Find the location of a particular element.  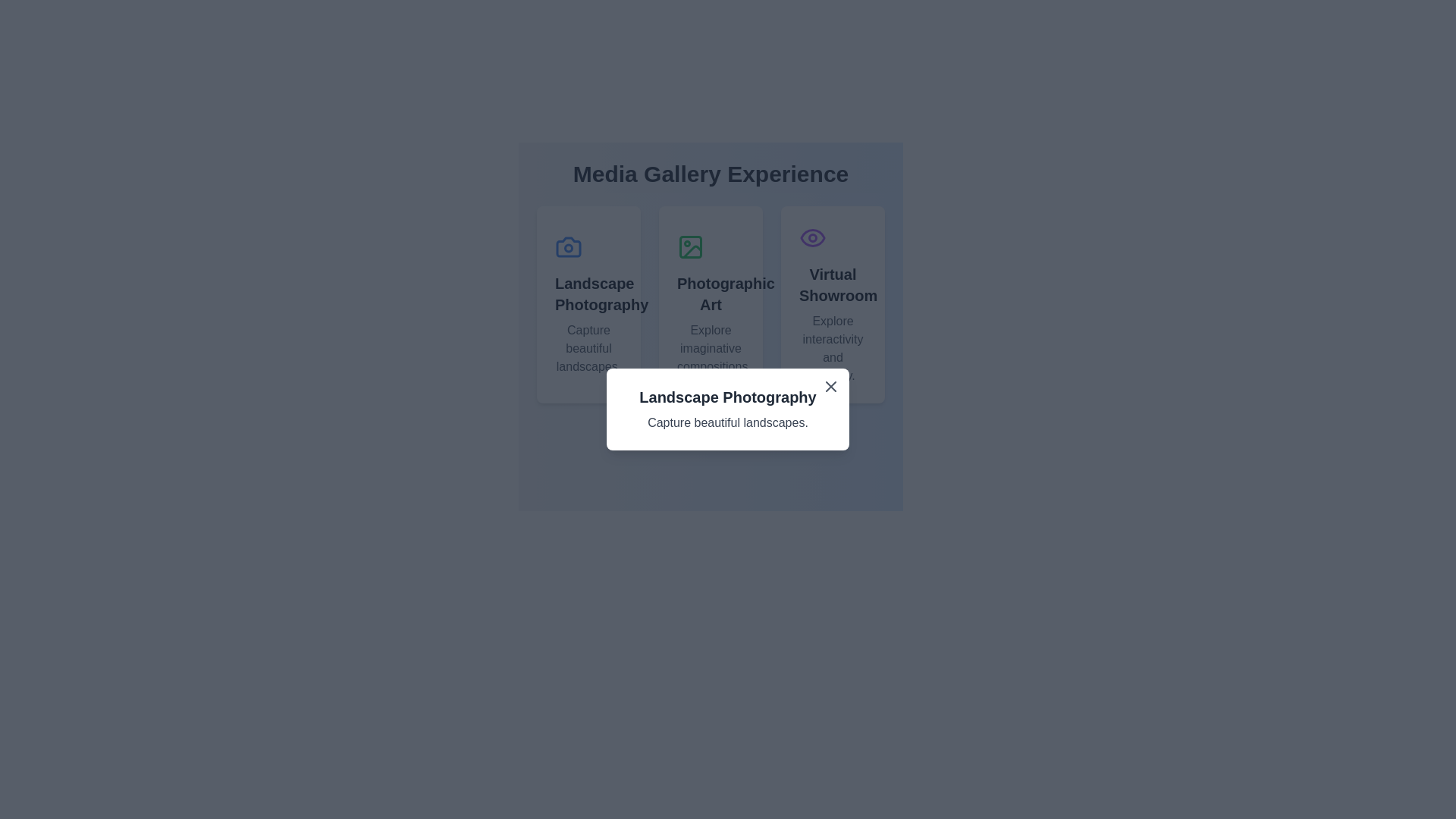

the icon representing the 'Photographic Art' card module, which is positioned at the top section of the card, centered horizontally above the subtitle 'Explore imaginative compositions.' is located at coordinates (690, 246).